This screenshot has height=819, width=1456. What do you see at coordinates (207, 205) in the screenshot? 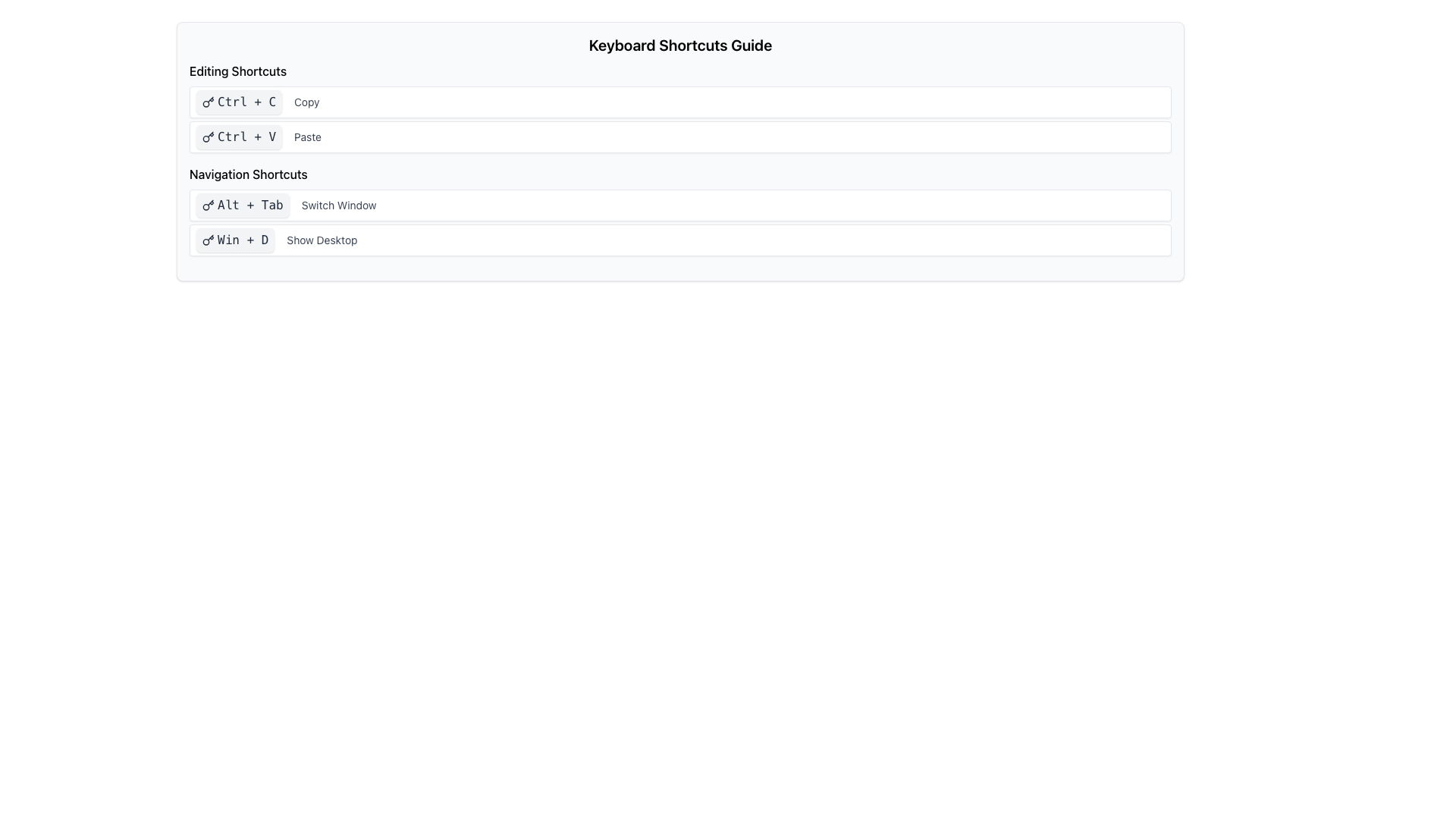
I see `the small key icon located to the left of the text 'Alt + Tab' in the 'Navigation Shortcuts' section` at bounding box center [207, 205].